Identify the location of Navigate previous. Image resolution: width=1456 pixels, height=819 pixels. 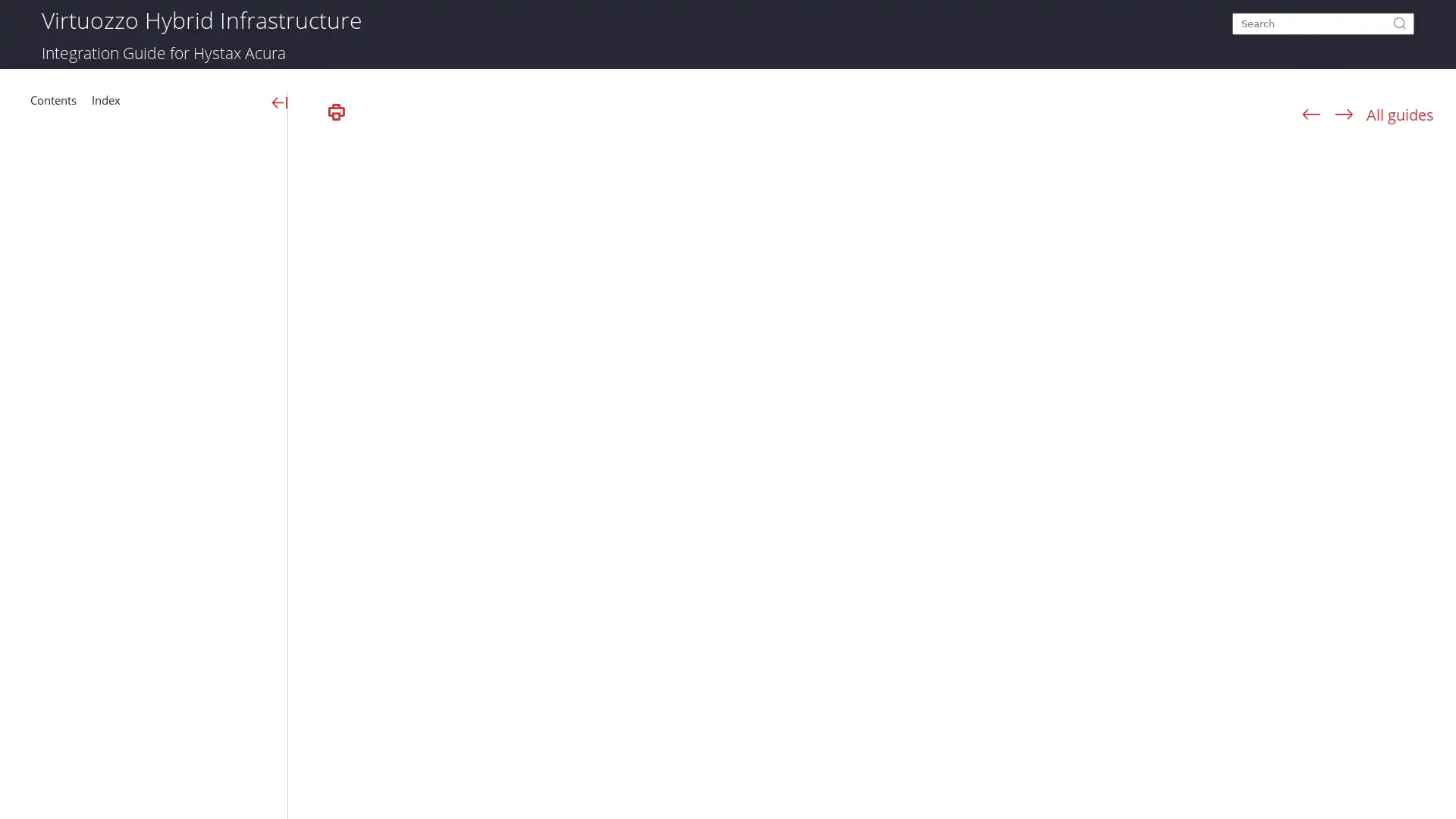
(1310, 113).